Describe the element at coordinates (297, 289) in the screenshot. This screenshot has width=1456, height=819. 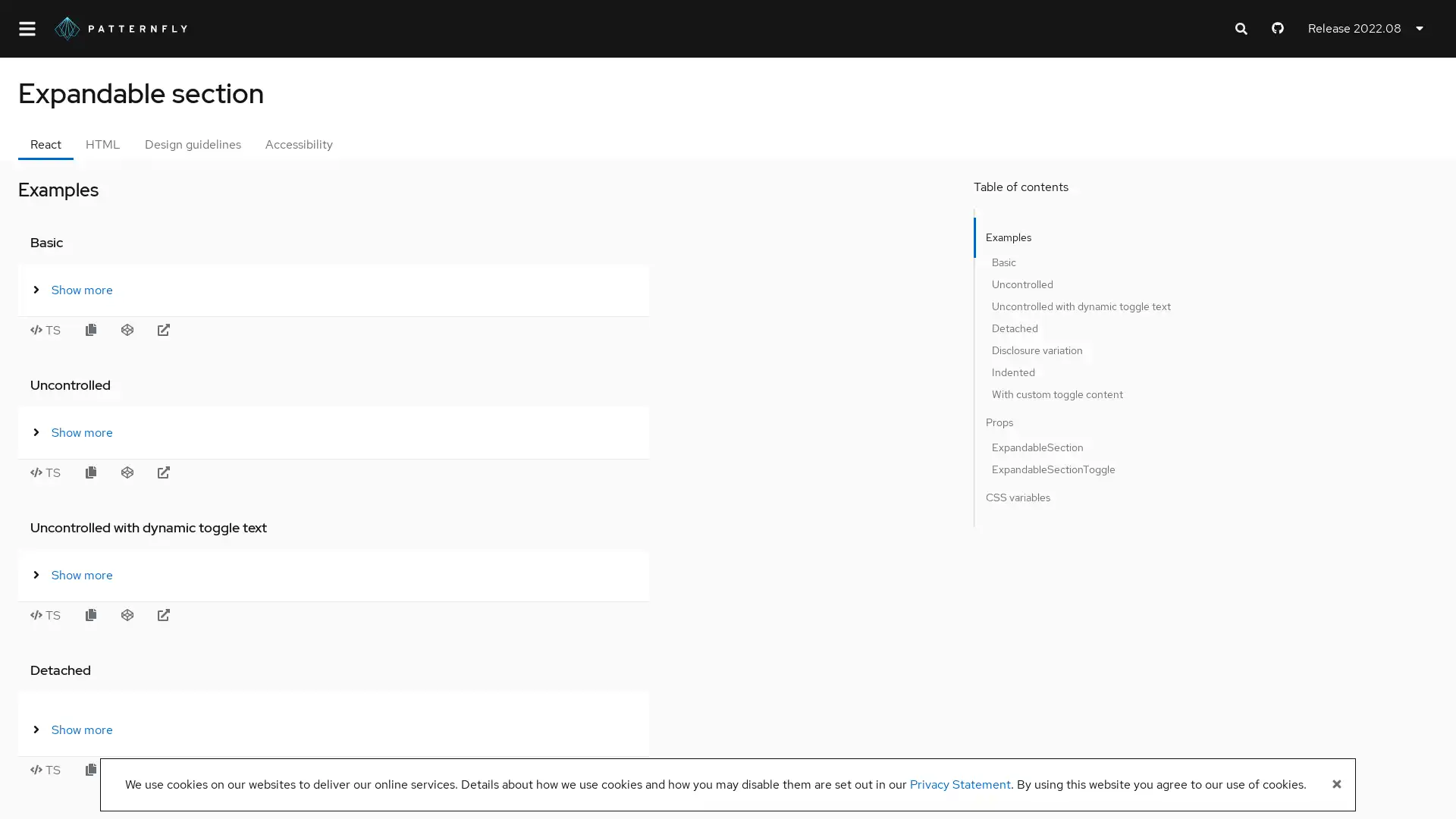
I see `Show more` at that location.